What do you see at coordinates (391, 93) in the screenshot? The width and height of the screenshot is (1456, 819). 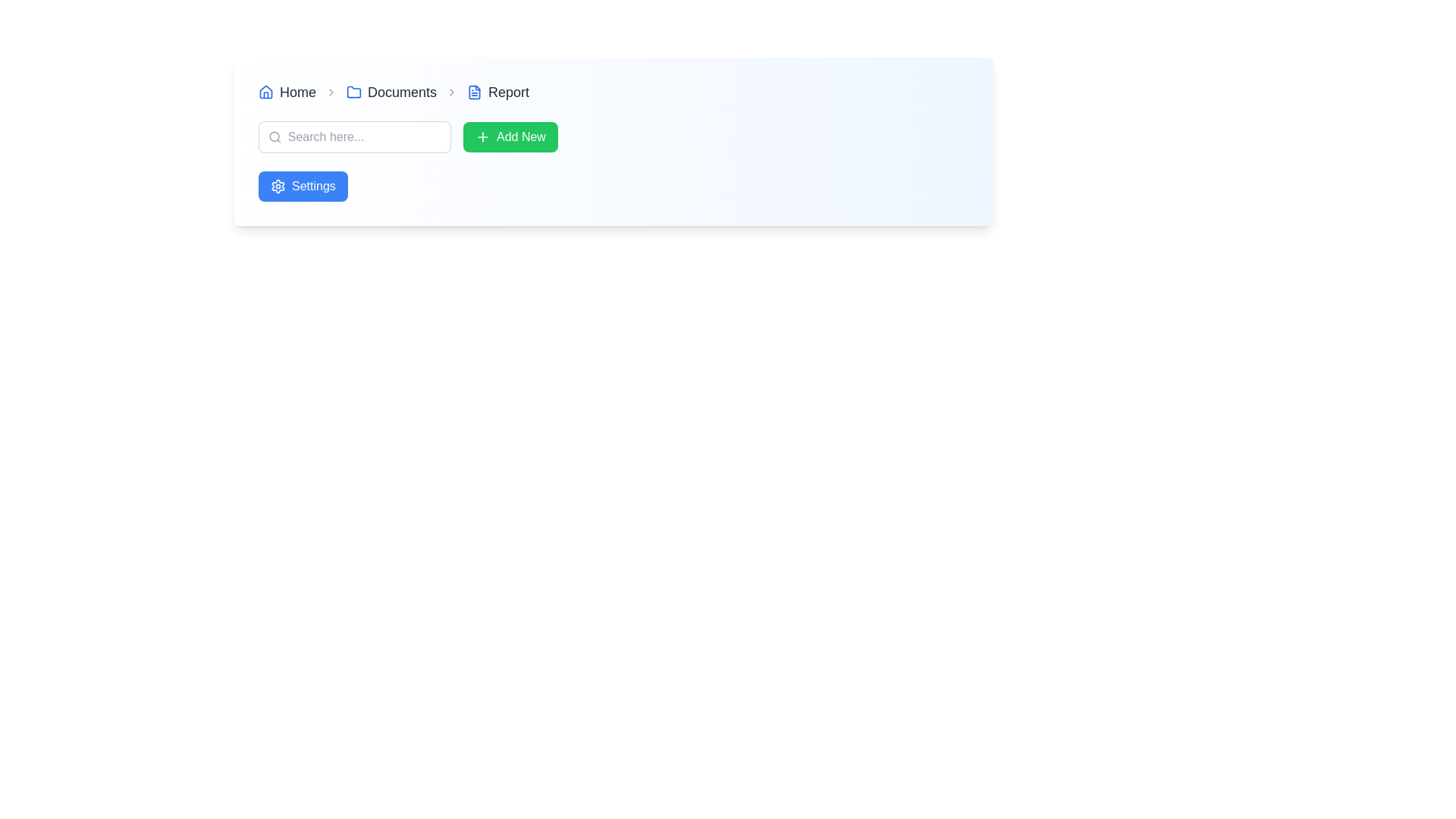 I see `the Breadcrumb item indicating the current location as 'Documents', which is positioned centrally between 'Home' and 'Report' in the breadcrumb navigation` at bounding box center [391, 93].